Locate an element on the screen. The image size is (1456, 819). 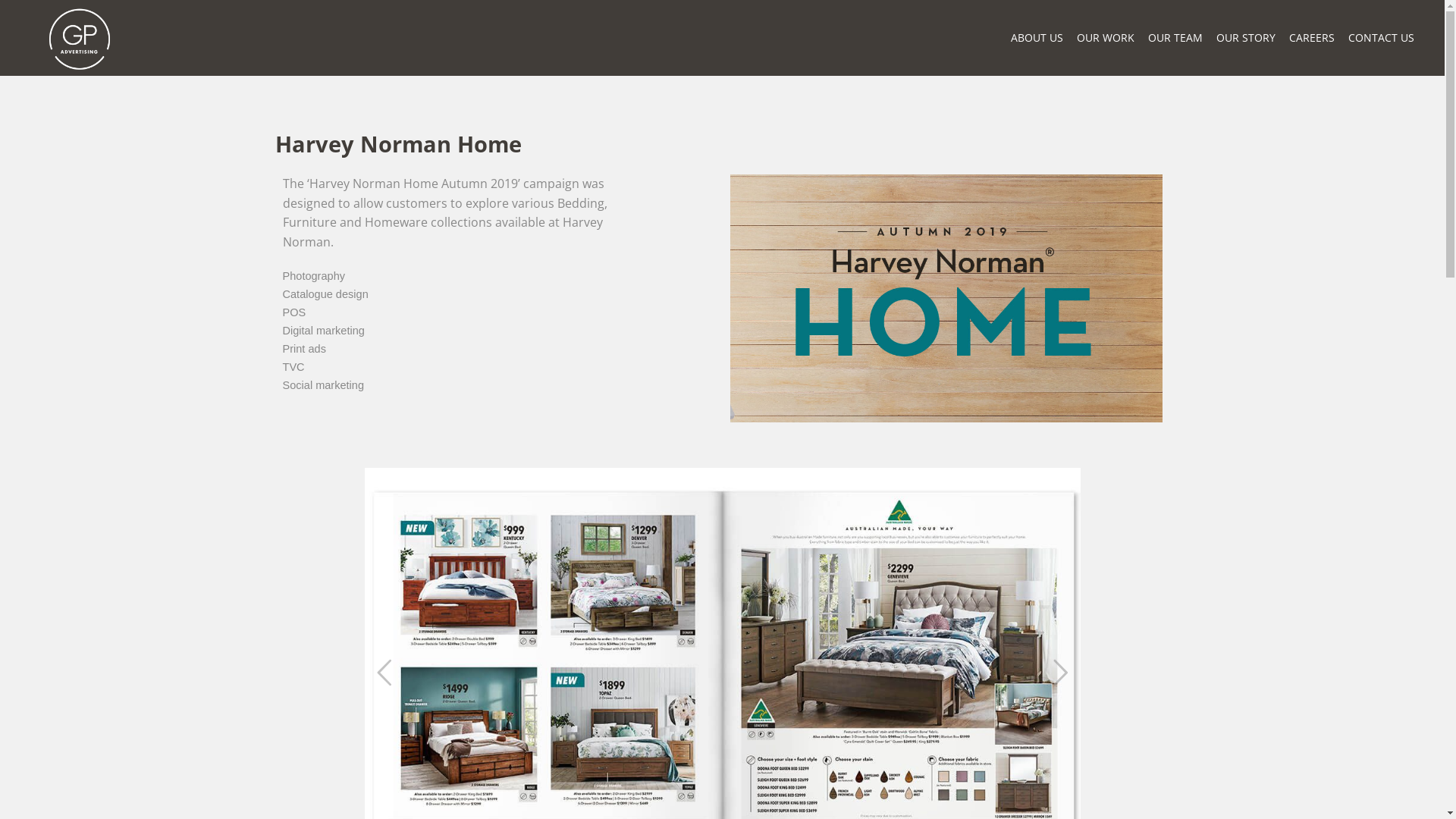
'ABOUT US' is located at coordinates (1036, 36).